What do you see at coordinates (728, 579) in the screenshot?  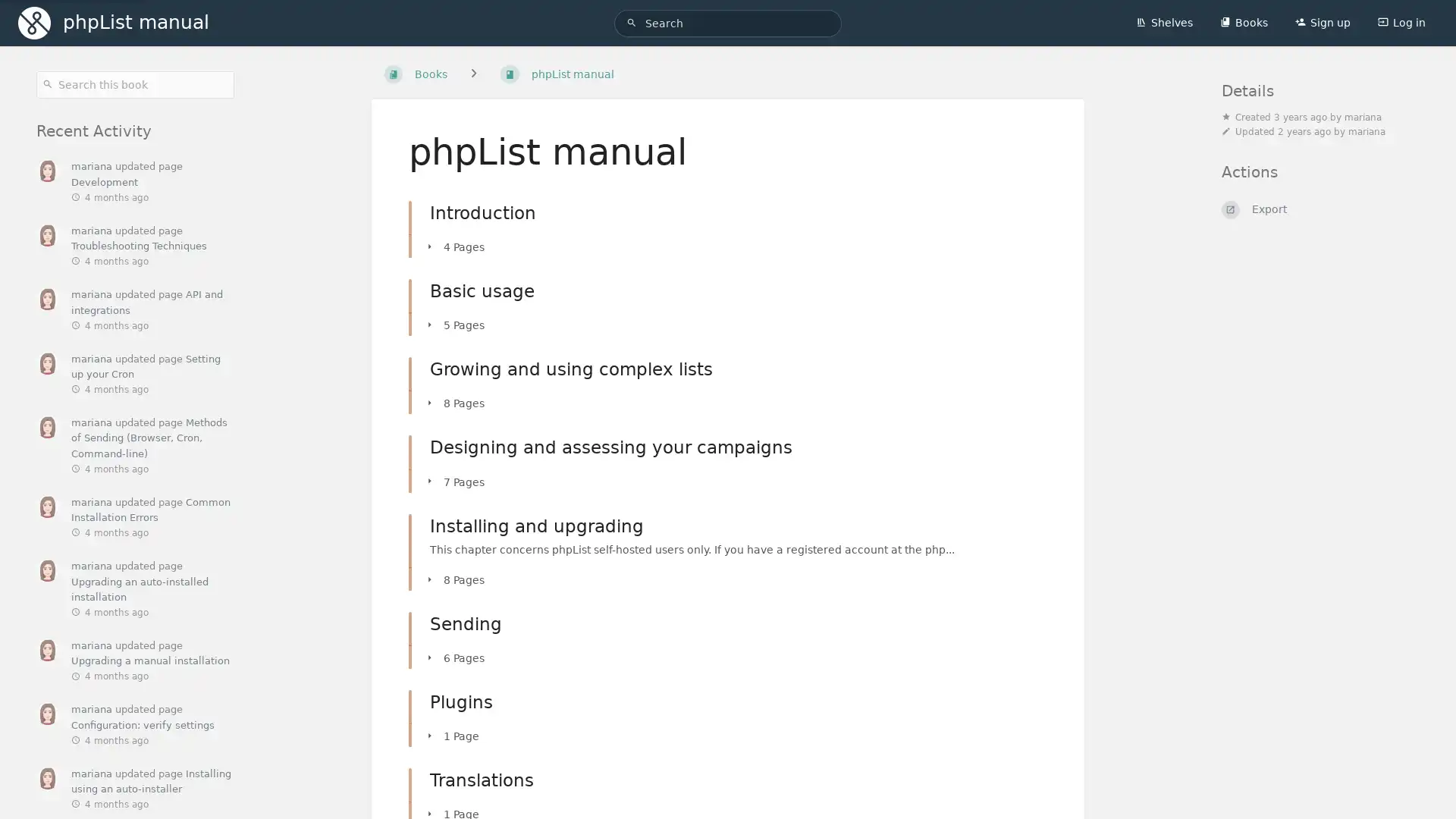 I see `8 Pages` at bounding box center [728, 579].